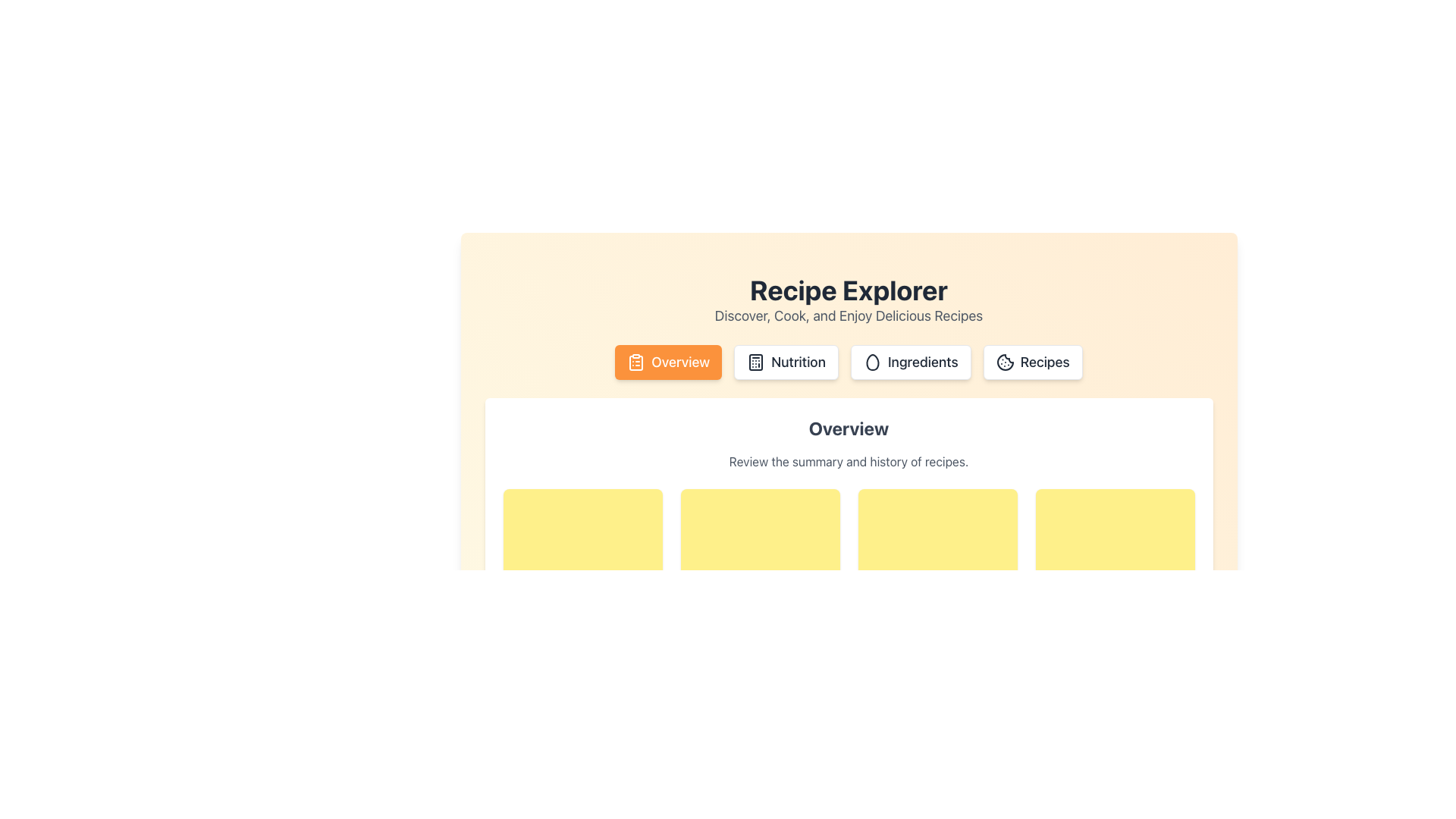 This screenshot has width=1456, height=819. Describe the element at coordinates (636, 362) in the screenshot. I see `the 'Overview' button which contains the icon representing the concept of 'Overview' located in the header section of the interface` at that location.